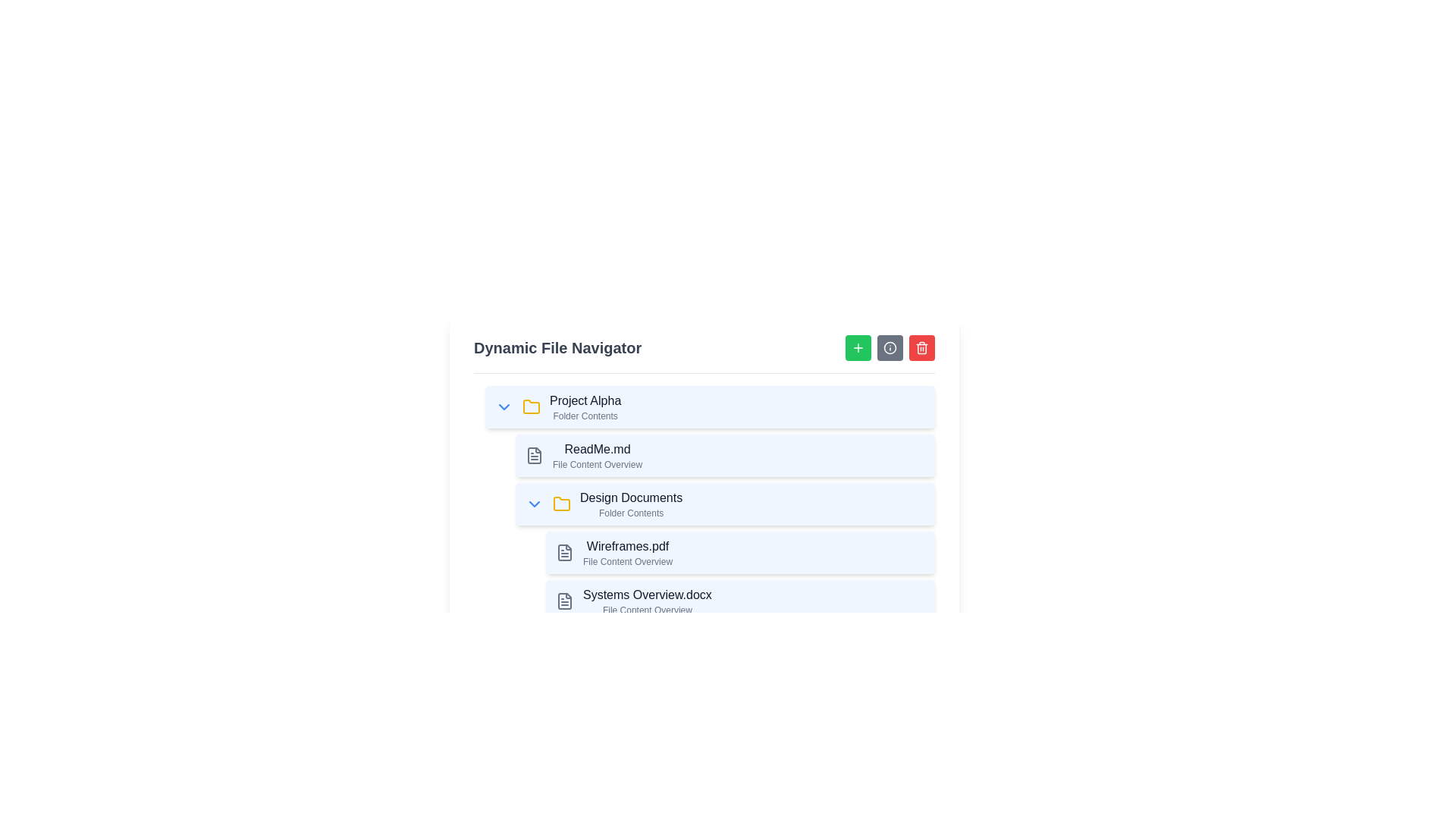  What do you see at coordinates (724, 504) in the screenshot?
I see `the 'Design Documents' folder entry` at bounding box center [724, 504].